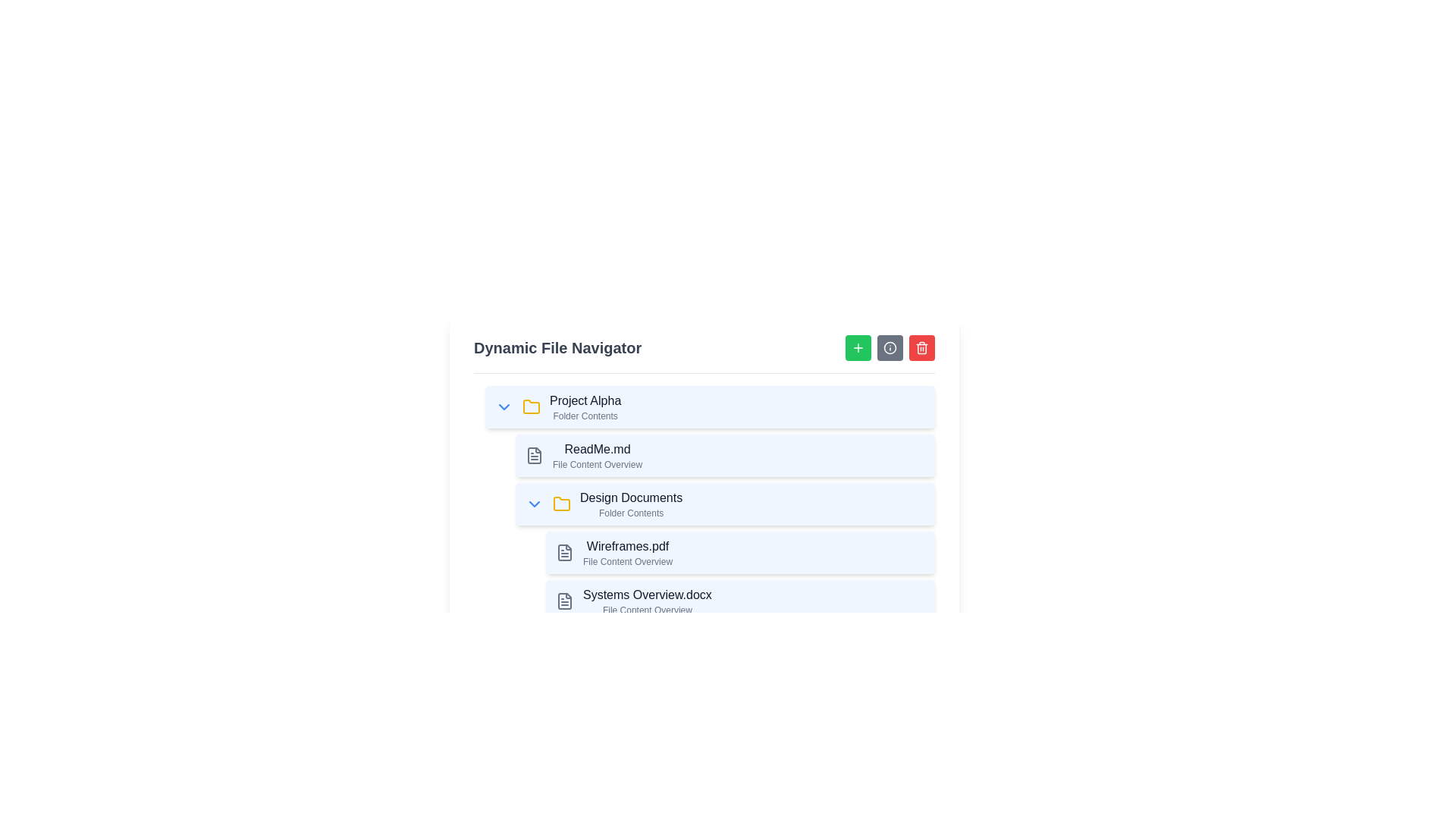  What do you see at coordinates (724, 504) in the screenshot?
I see `the 'Design Documents' folder entry` at bounding box center [724, 504].